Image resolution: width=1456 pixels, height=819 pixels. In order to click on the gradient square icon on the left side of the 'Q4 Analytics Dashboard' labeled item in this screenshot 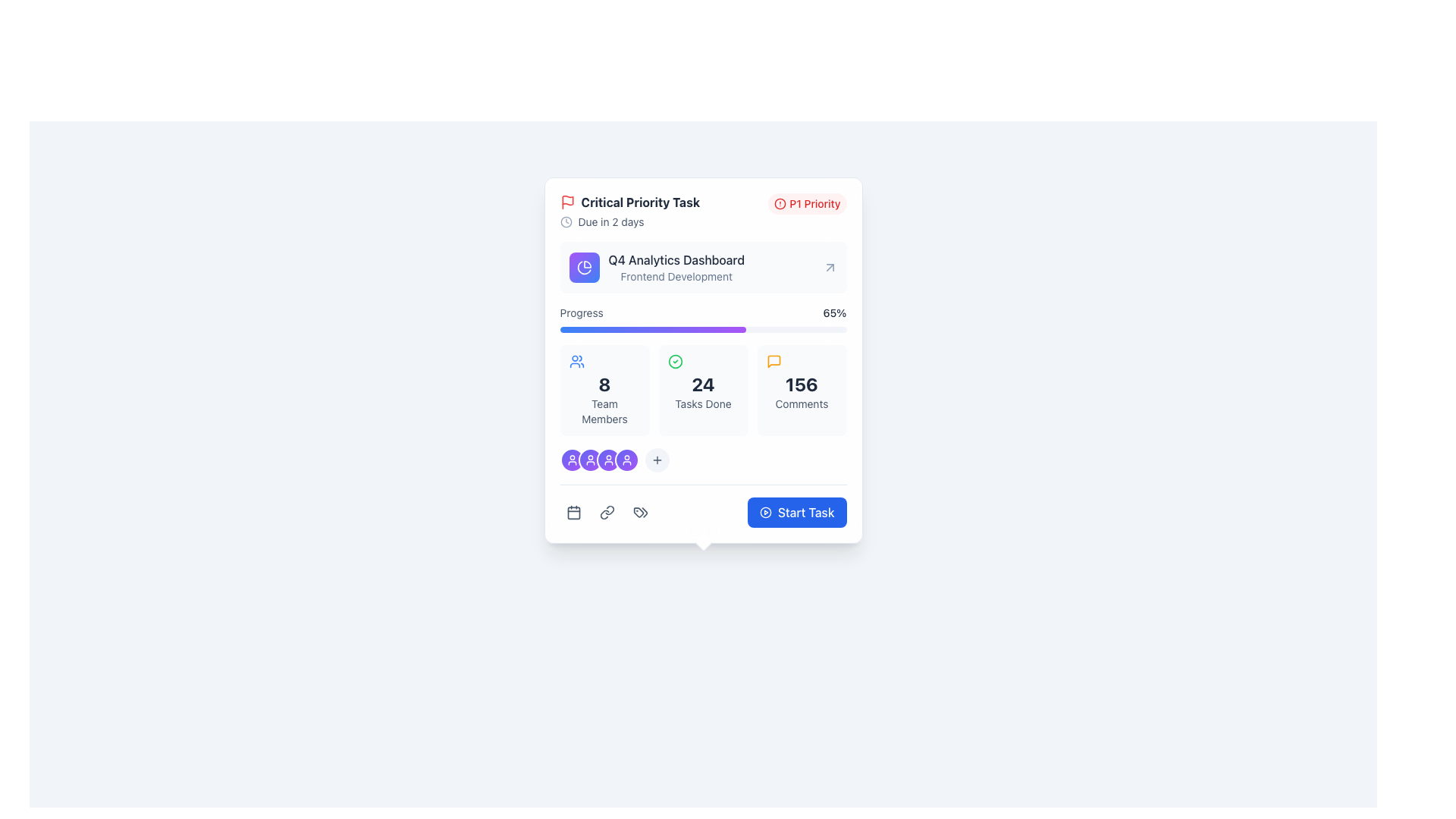, I will do `click(657, 267)`.